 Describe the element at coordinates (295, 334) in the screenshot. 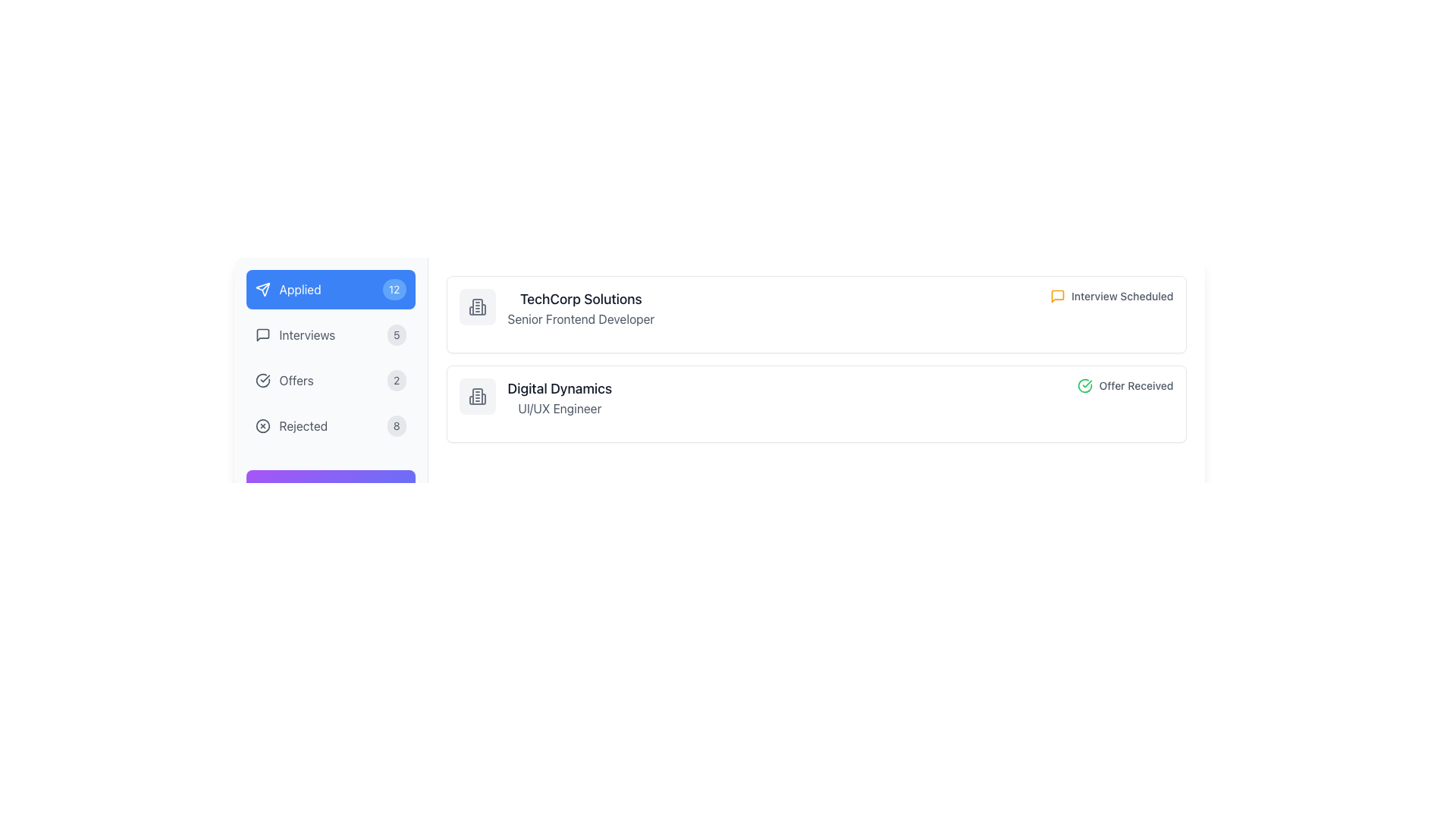

I see `the 'Interviews' text display in the left sidebar menu` at that location.